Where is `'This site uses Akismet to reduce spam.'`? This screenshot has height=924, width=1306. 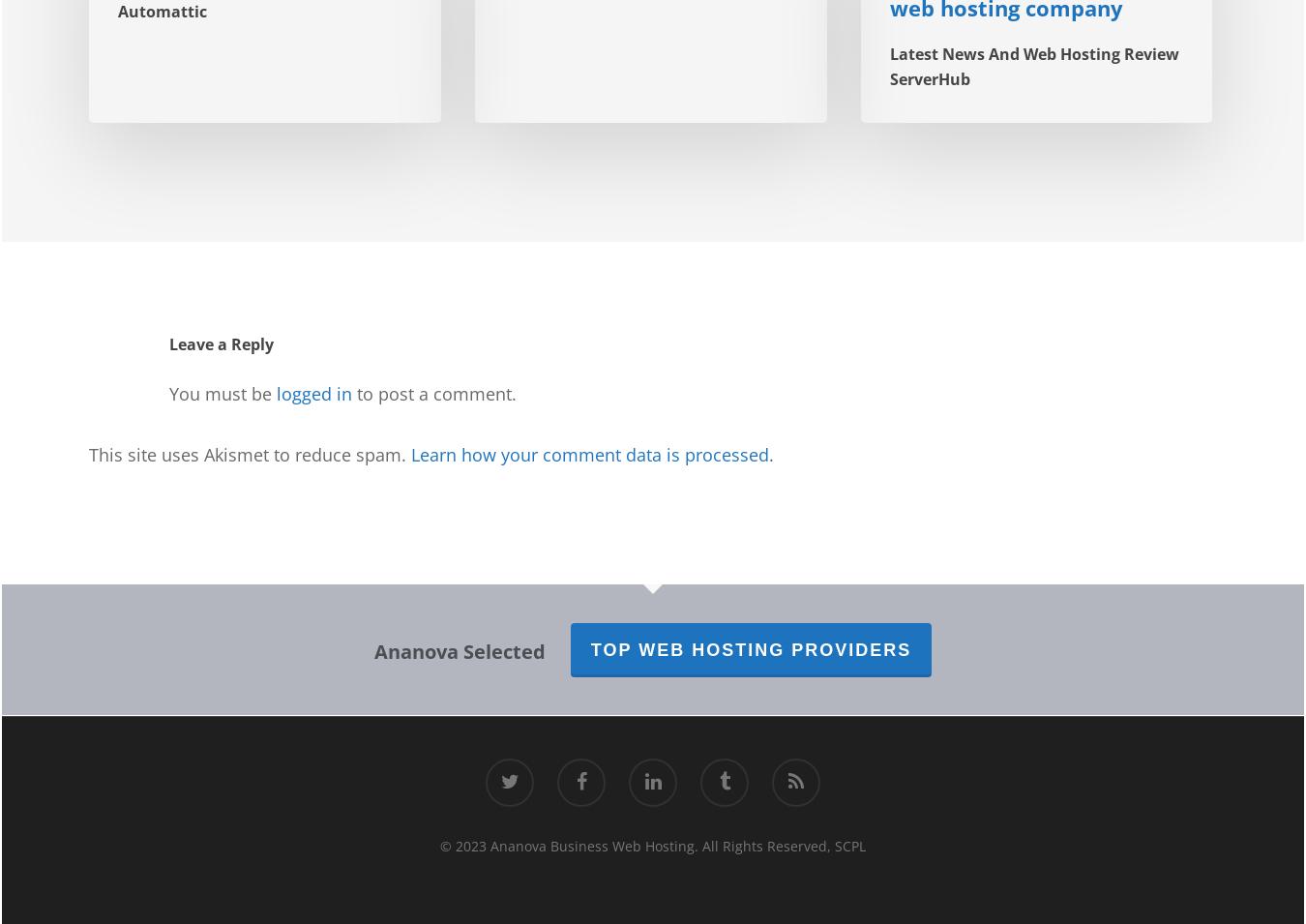
'This site uses Akismet to reduce spam.' is located at coordinates (249, 453).